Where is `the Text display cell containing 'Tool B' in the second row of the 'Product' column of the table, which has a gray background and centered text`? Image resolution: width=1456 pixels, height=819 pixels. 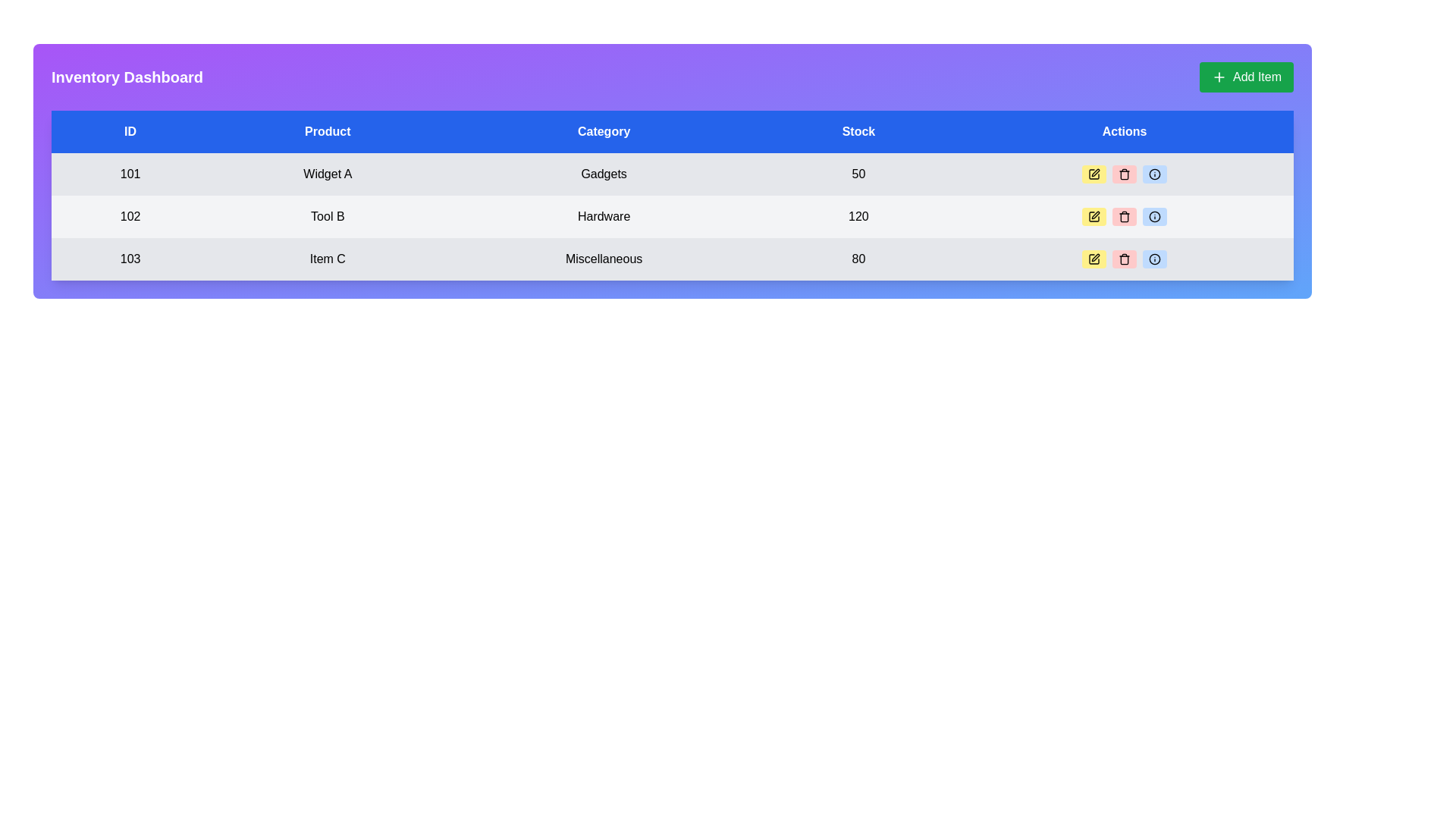 the Text display cell containing 'Tool B' in the second row of the 'Product' column of the table, which has a gray background and centered text is located at coordinates (327, 216).